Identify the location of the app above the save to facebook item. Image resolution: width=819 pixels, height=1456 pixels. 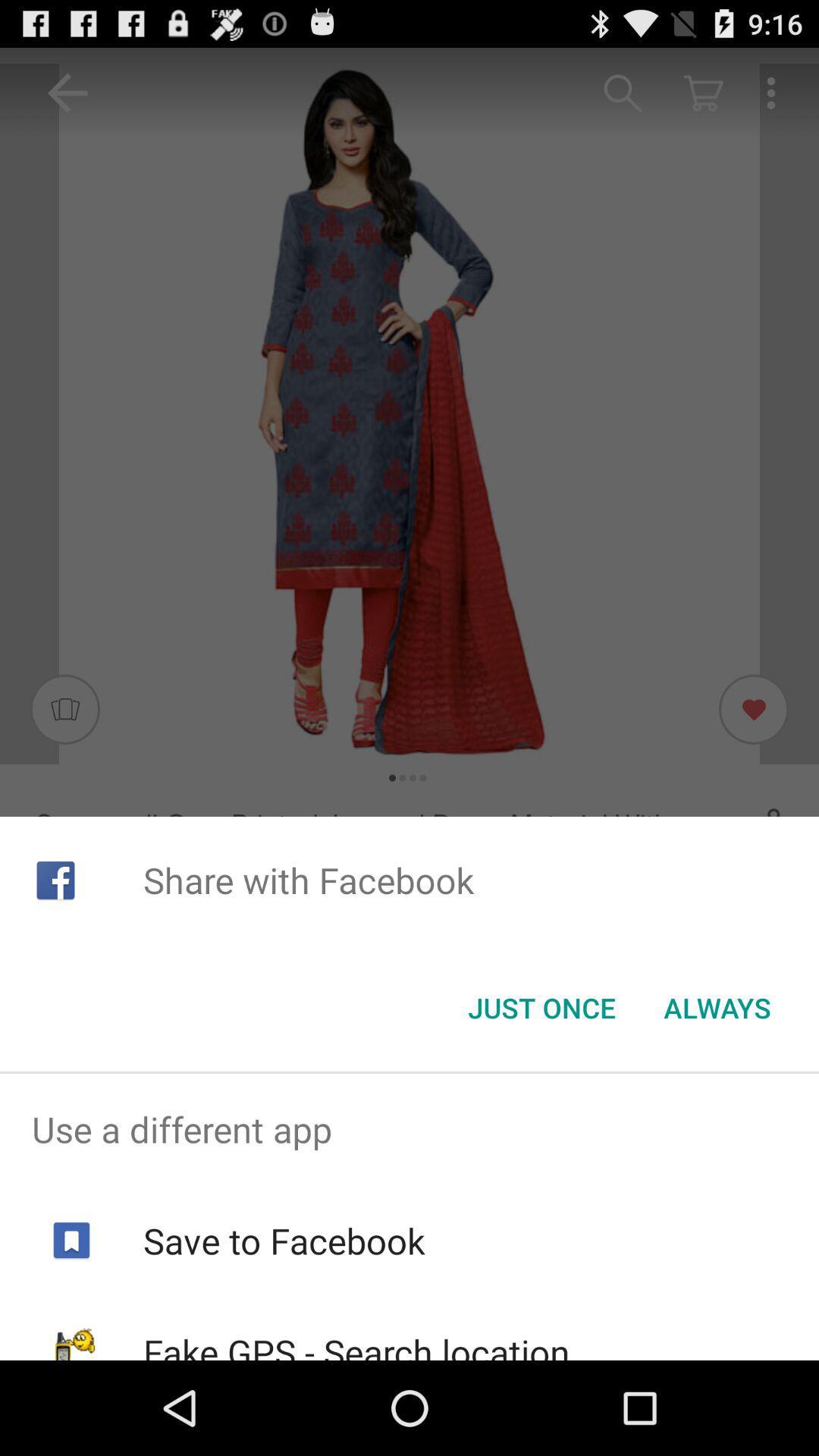
(409, 1129).